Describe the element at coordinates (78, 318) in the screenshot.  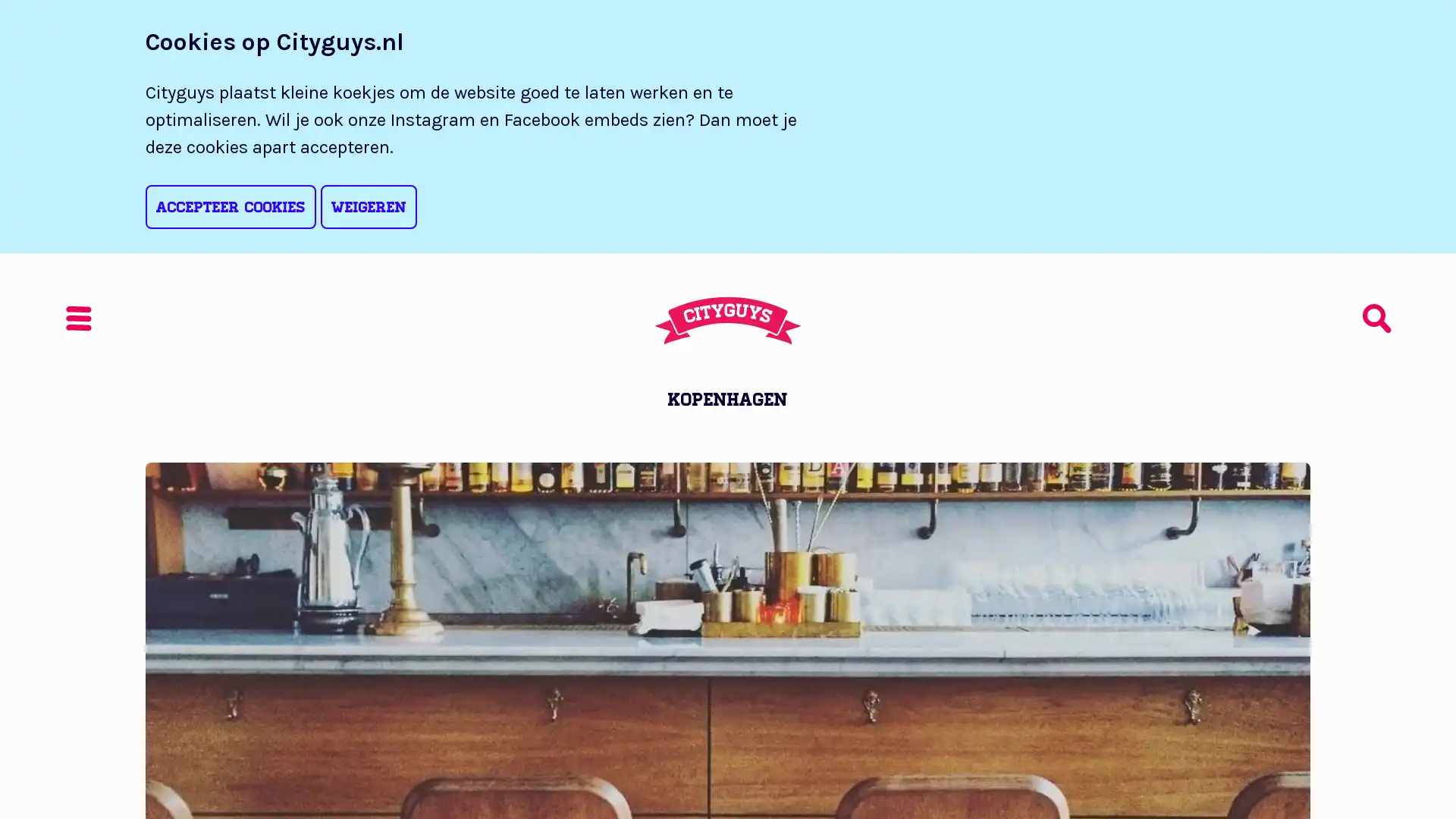
I see `Menu` at that location.